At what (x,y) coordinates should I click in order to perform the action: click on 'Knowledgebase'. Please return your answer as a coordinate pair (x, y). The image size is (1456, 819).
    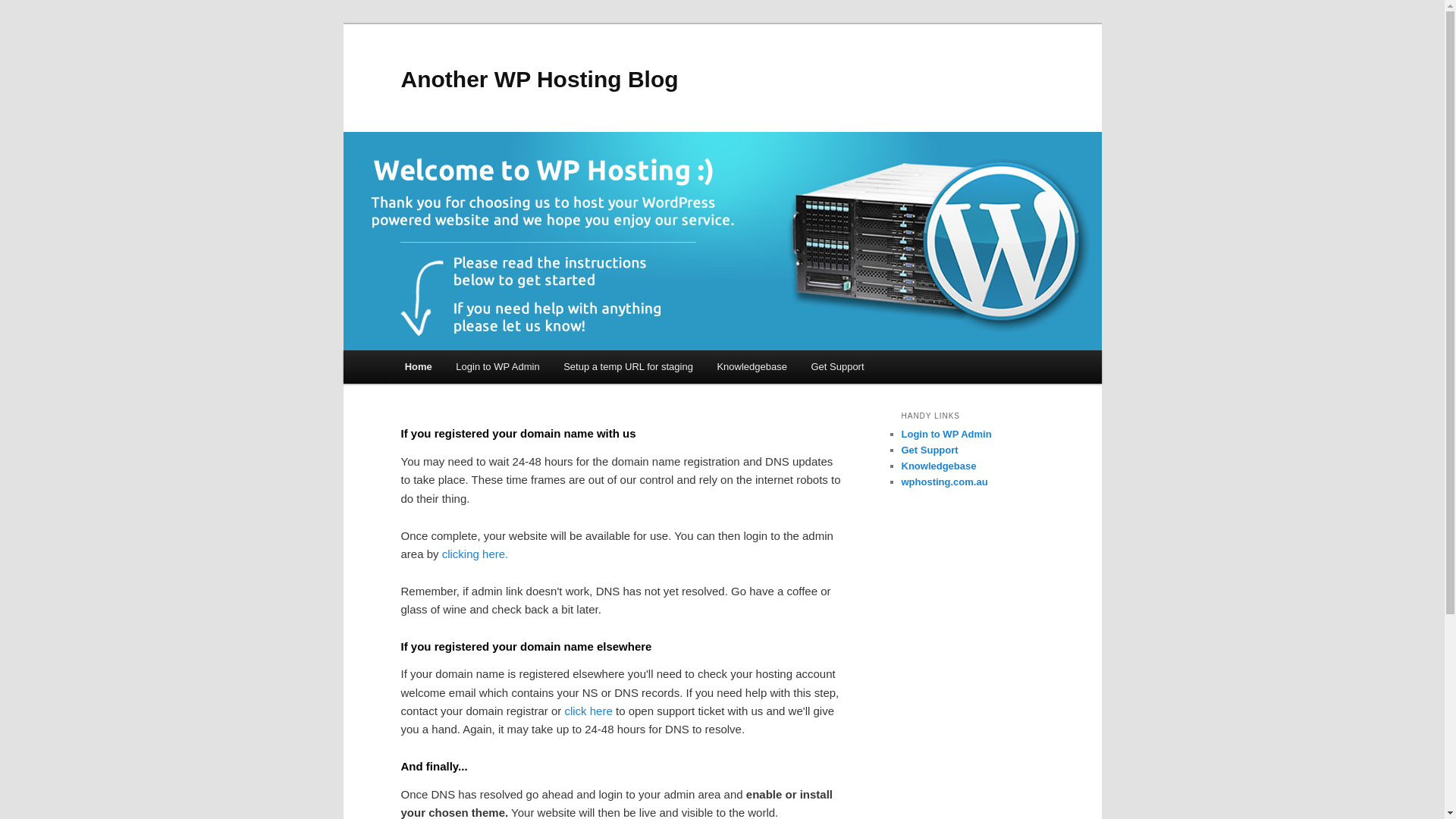
    Looking at the image, I should click on (752, 366).